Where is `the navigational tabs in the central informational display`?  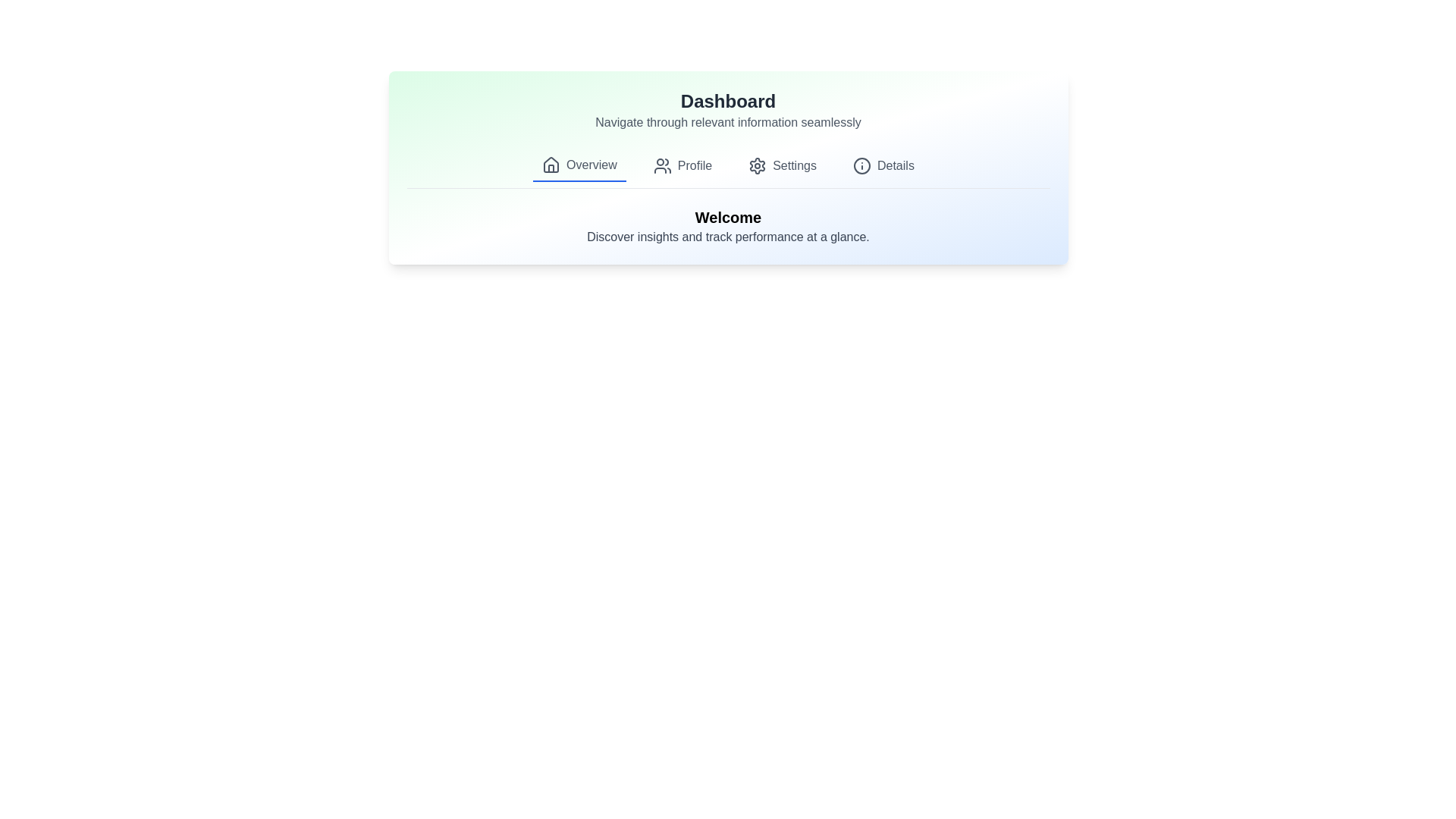
the navigational tabs in the central informational display is located at coordinates (728, 168).